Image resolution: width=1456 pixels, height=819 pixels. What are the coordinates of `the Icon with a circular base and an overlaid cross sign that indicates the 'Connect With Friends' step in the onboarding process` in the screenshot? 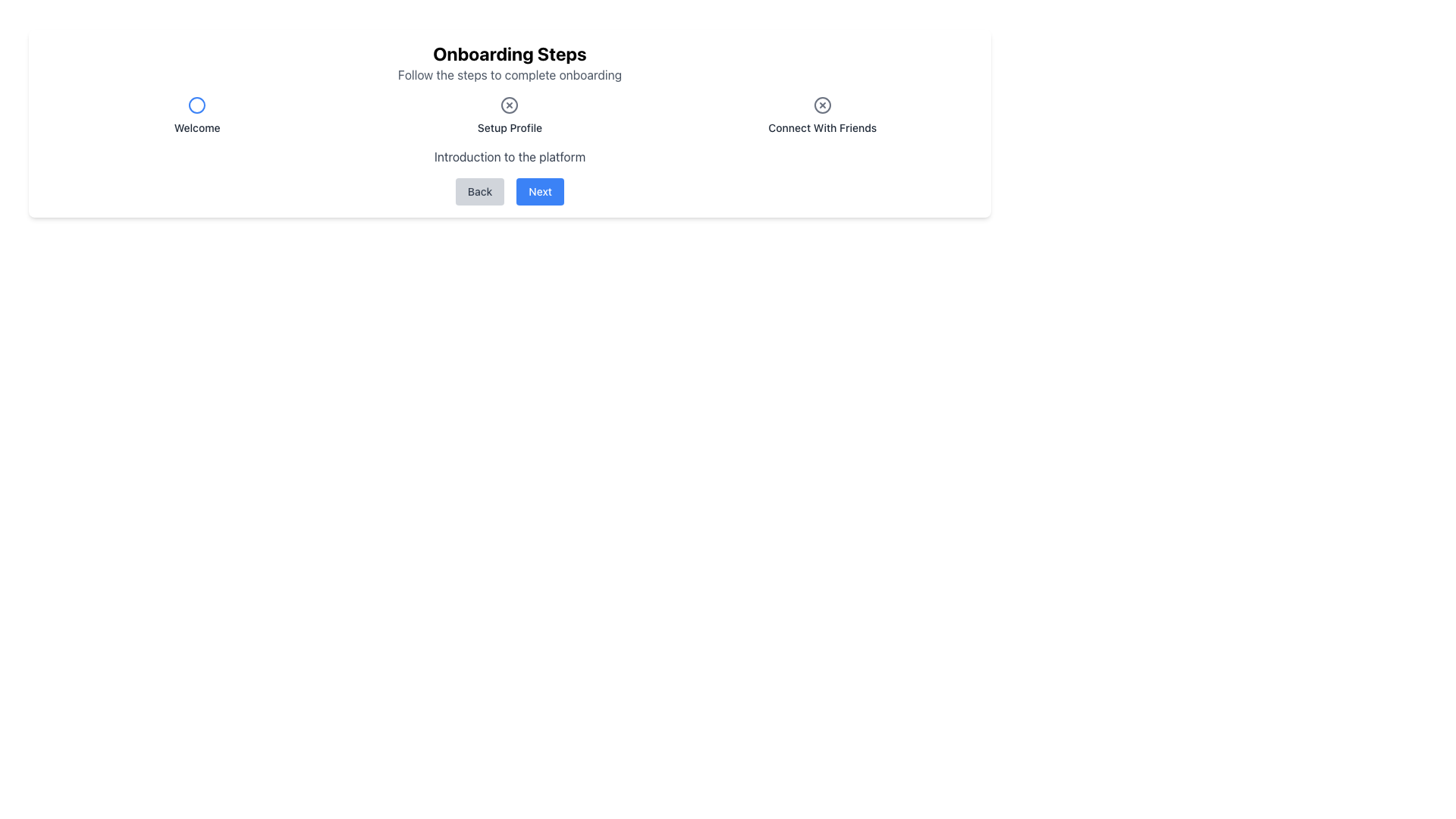 It's located at (821, 104).